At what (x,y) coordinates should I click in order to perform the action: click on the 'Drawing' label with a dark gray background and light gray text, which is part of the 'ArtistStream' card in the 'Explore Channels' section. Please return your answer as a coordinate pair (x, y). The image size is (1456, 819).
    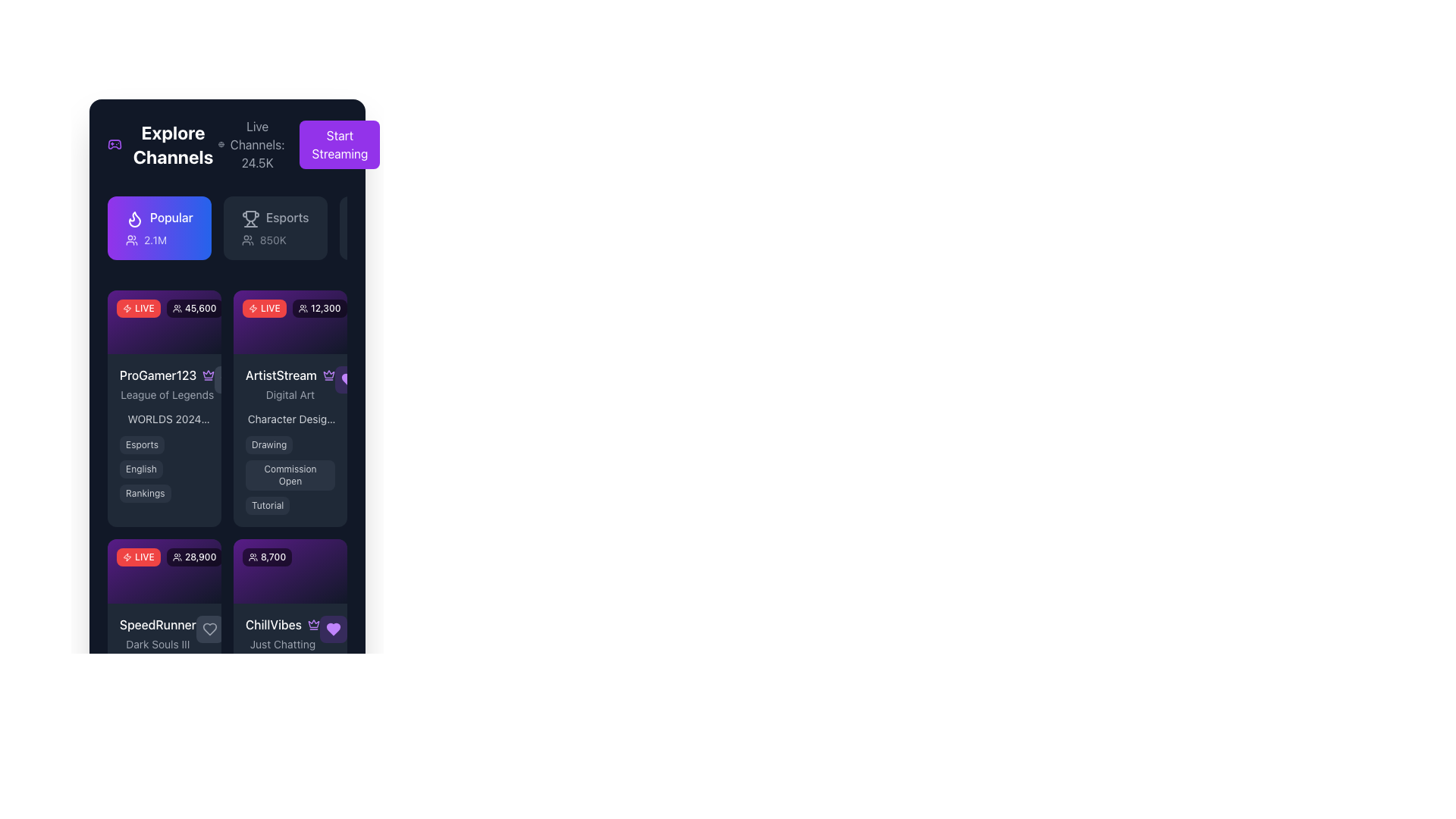
    Looking at the image, I should click on (269, 444).